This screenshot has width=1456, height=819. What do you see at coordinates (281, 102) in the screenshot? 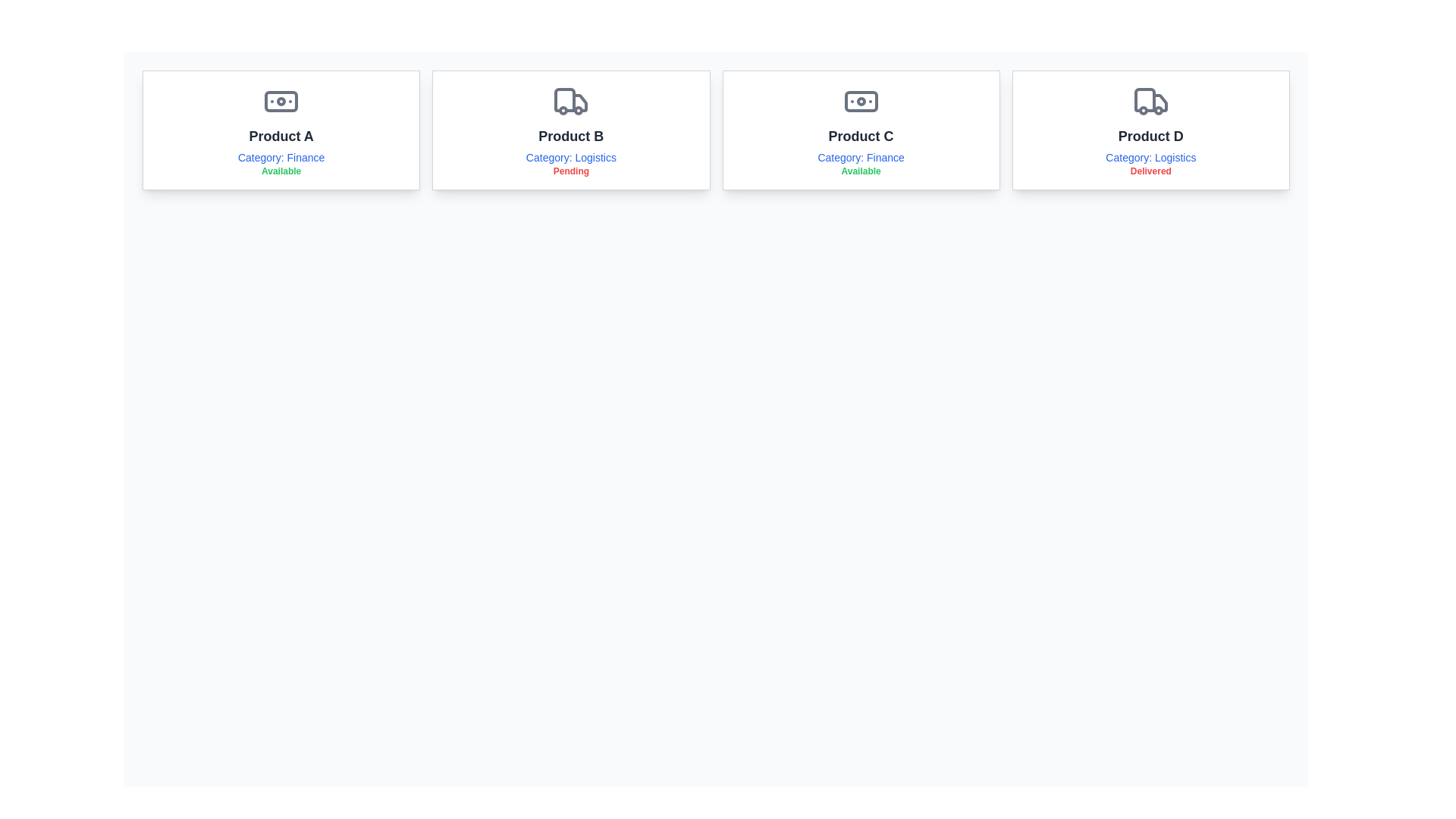
I see `the Decorative SVG shape that represents a banknote icon for 'Product A', located at the top-left of a four-item row` at bounding box center [281, 102].